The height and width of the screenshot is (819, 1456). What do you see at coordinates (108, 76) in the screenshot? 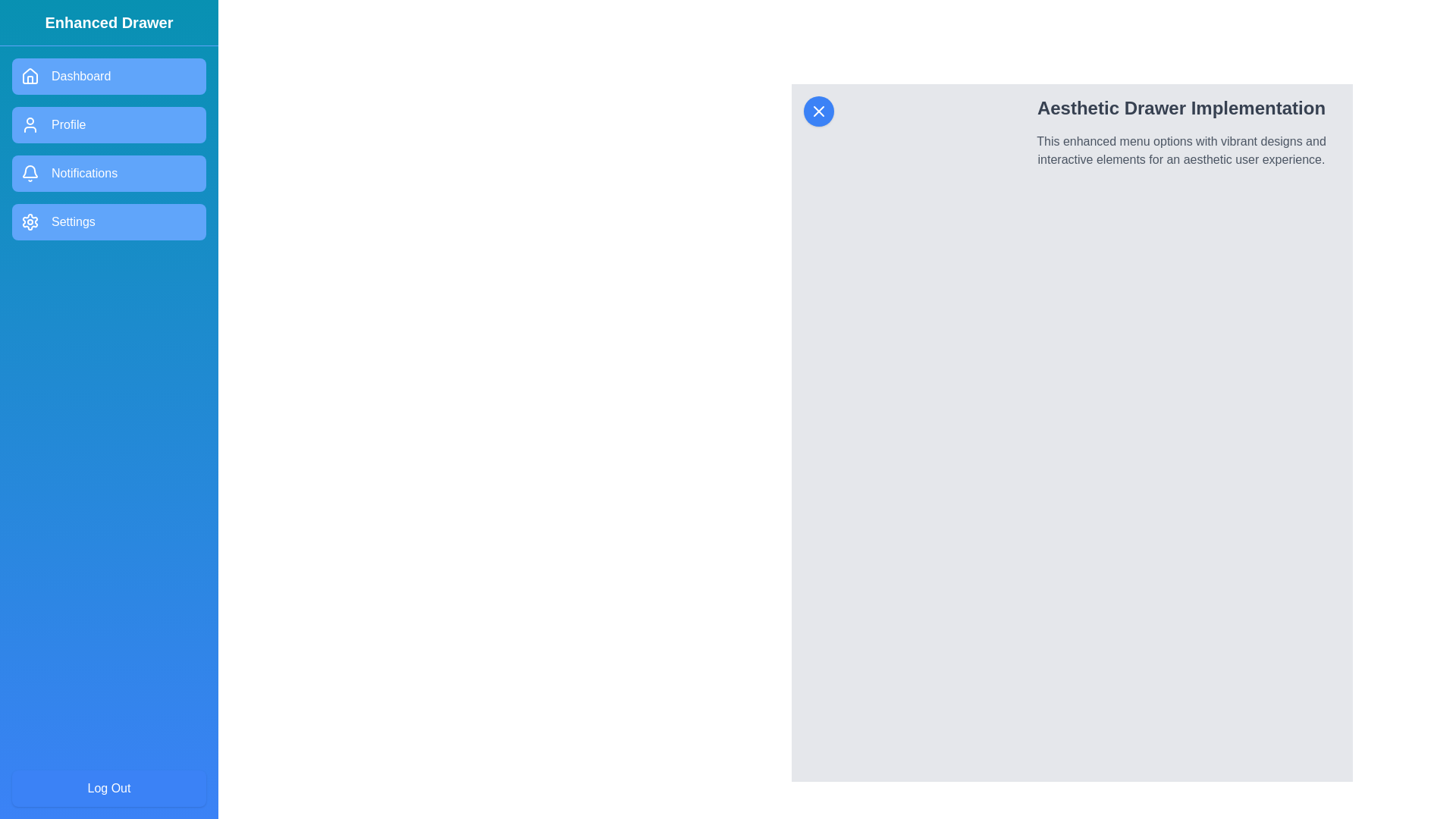
I see `the first button in the sidebar menu` at bounding box center [108, 76].